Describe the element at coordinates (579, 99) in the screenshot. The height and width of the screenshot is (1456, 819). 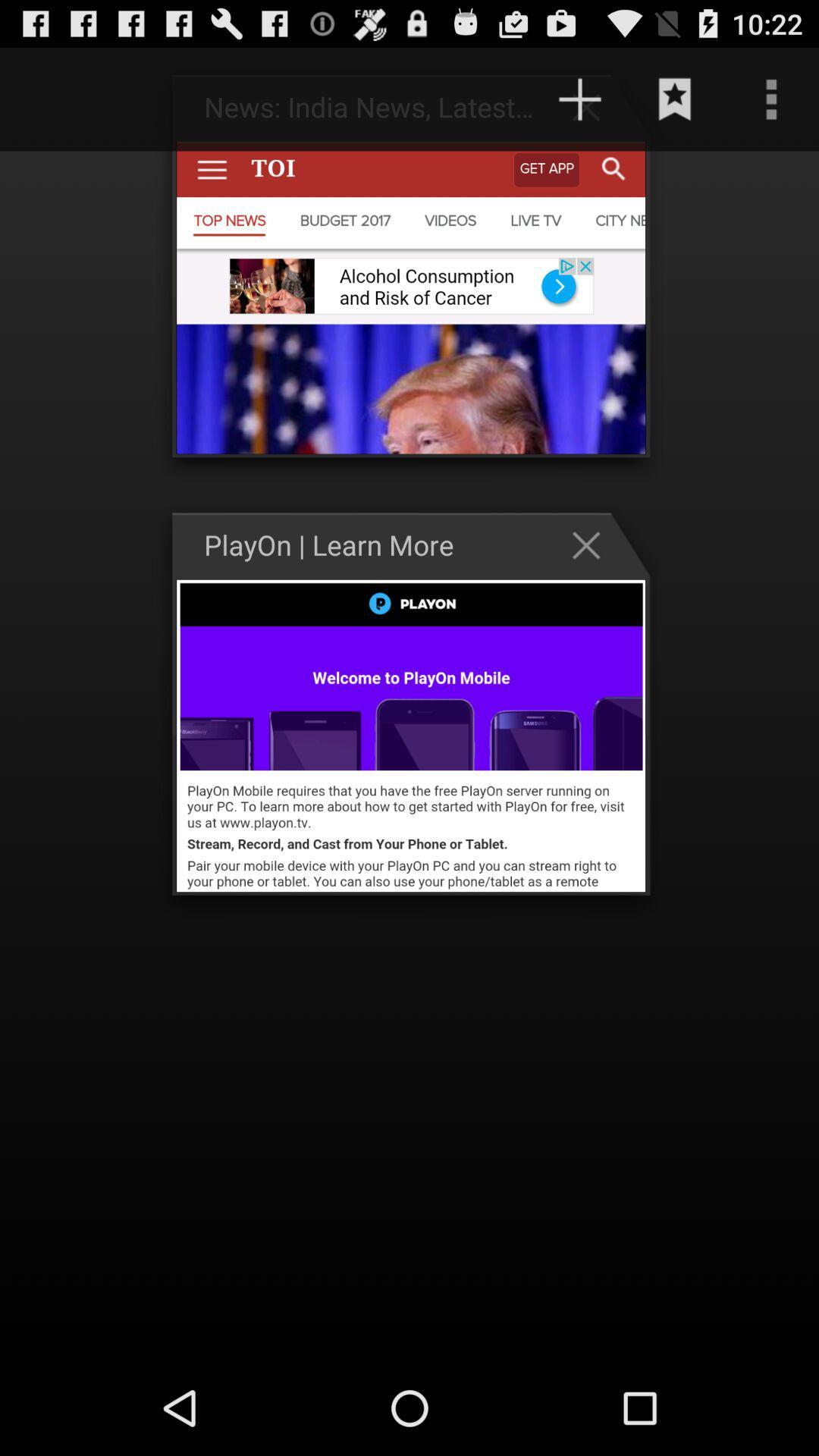
I see `the button above get app` at that location.